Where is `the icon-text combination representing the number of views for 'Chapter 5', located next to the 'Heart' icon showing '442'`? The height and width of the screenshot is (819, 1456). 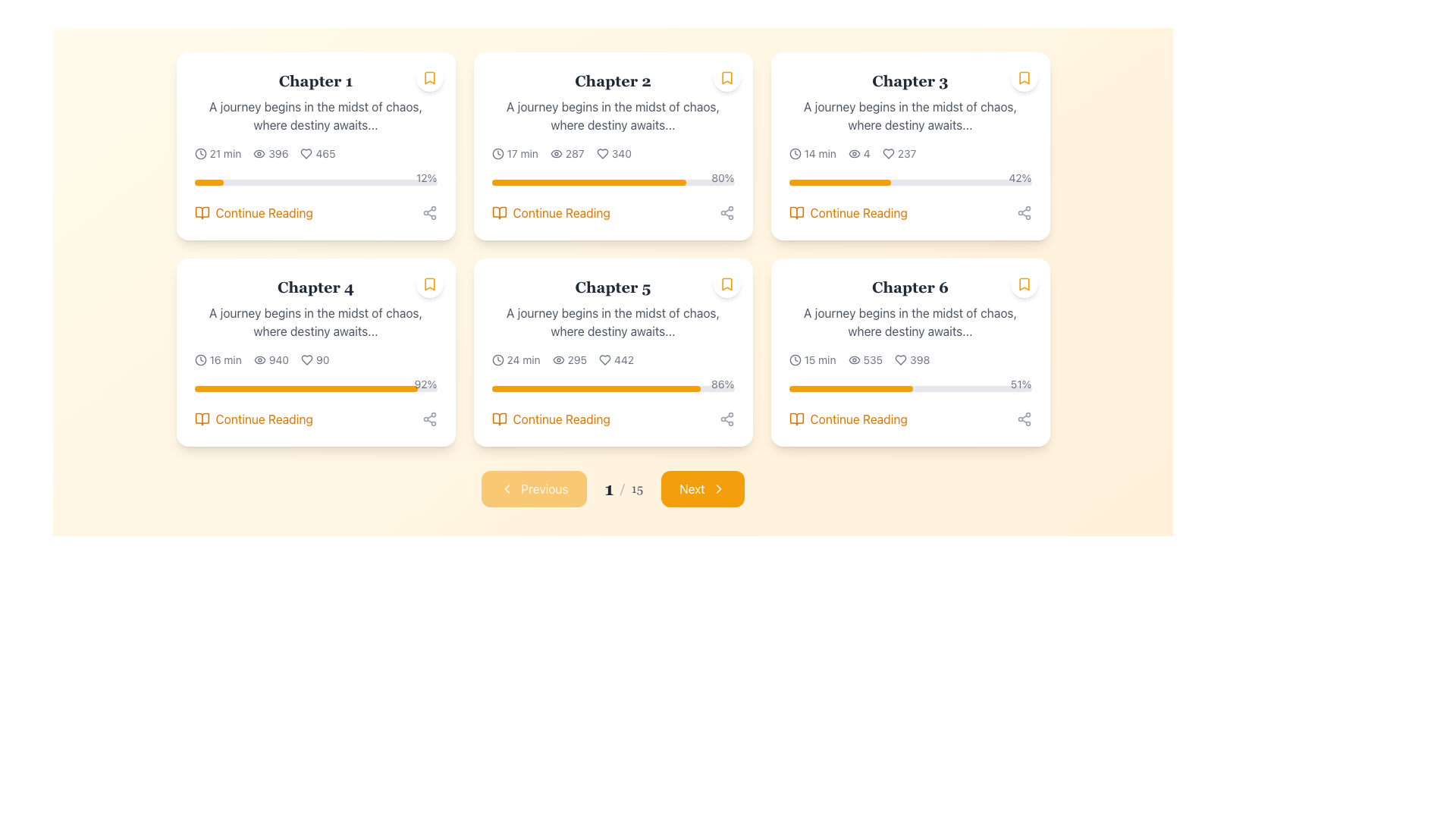 the icon-text combination representing the number of views for 'Chapter 5', located next to the 'Heart' icon showing '442' is located at coordinates (569, 359).